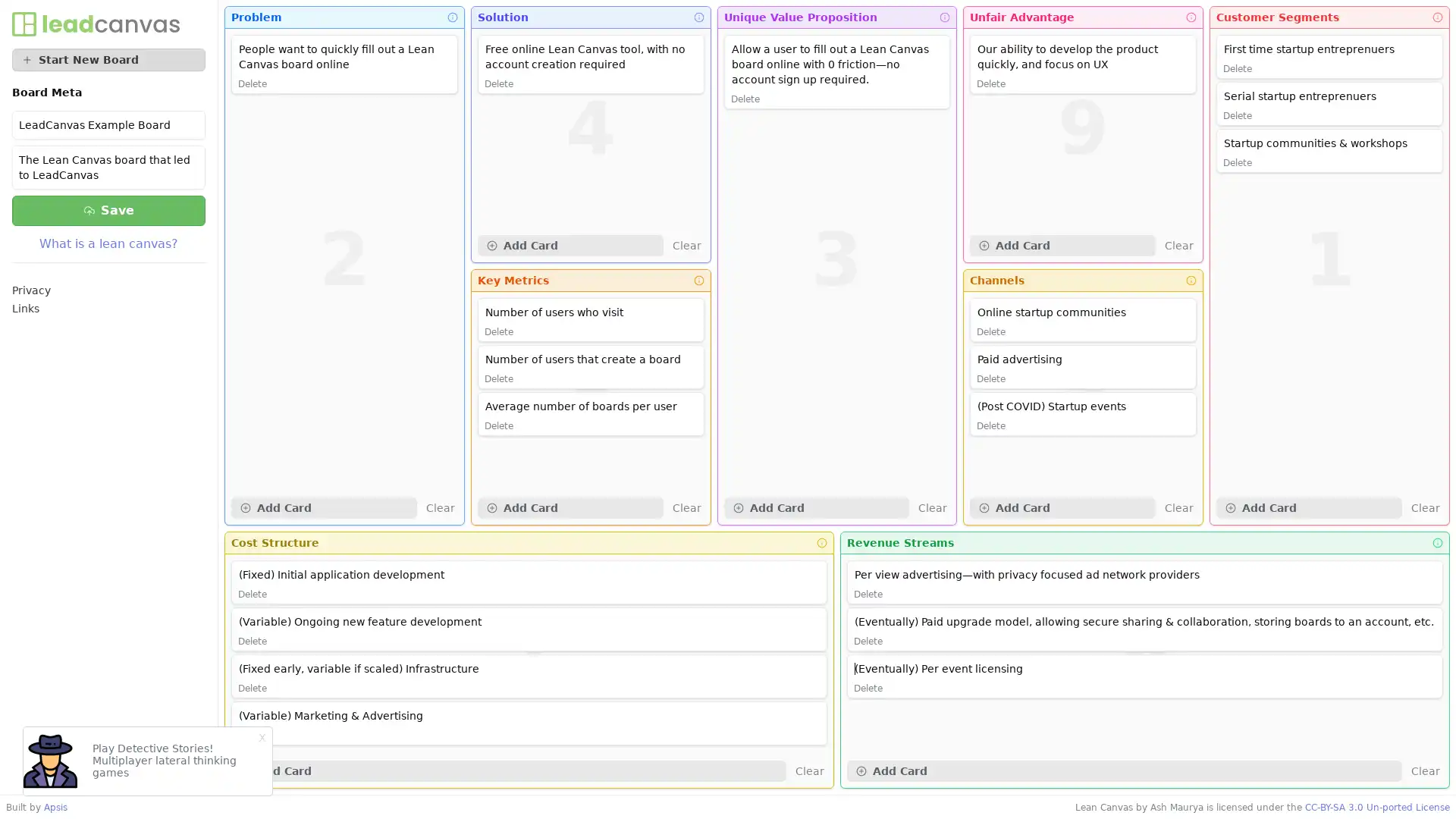  I want to click on Add Card, so click(1062, 508).